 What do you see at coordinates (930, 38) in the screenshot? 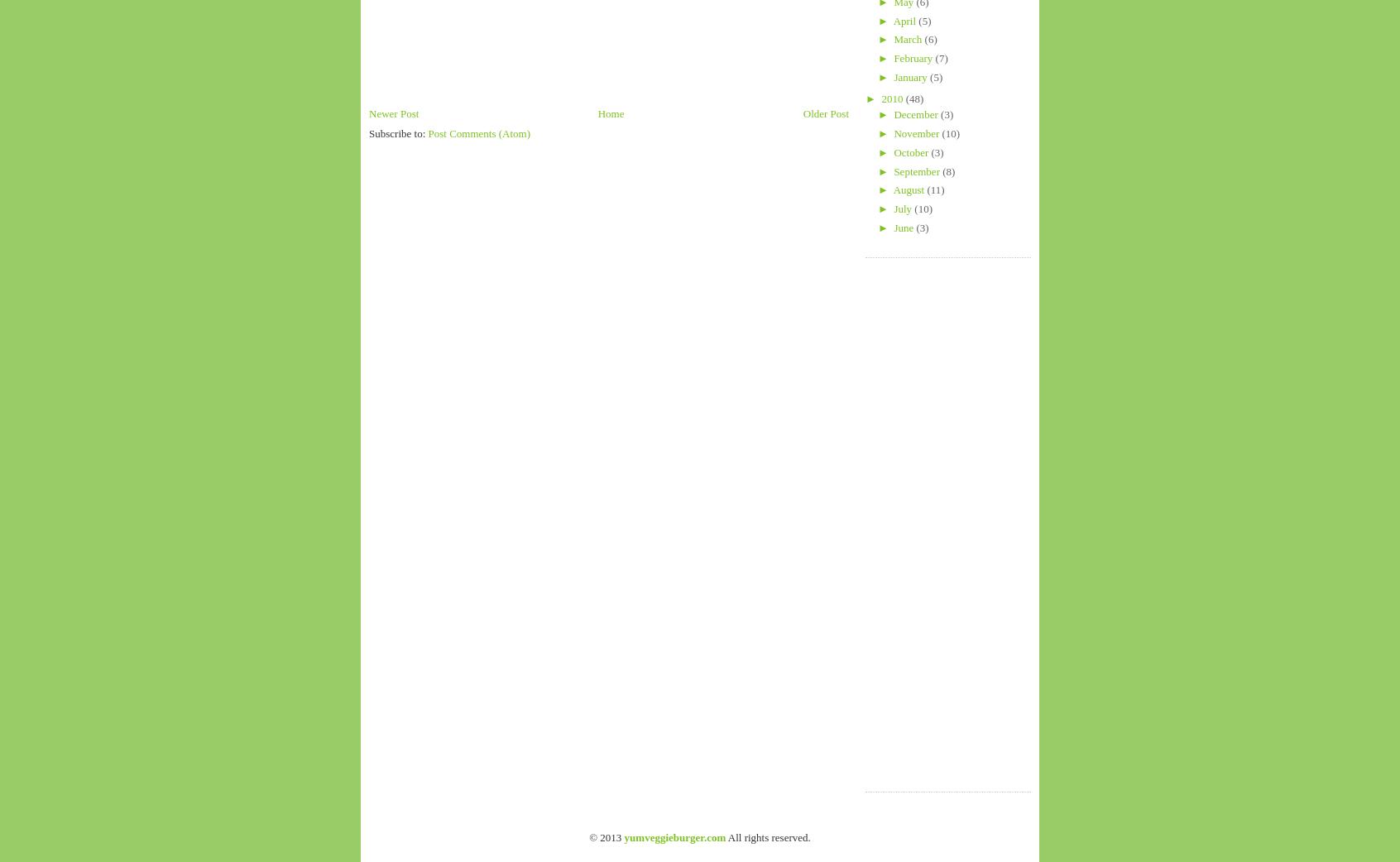
I see `'(6)'` at bounding box center [930, 38].